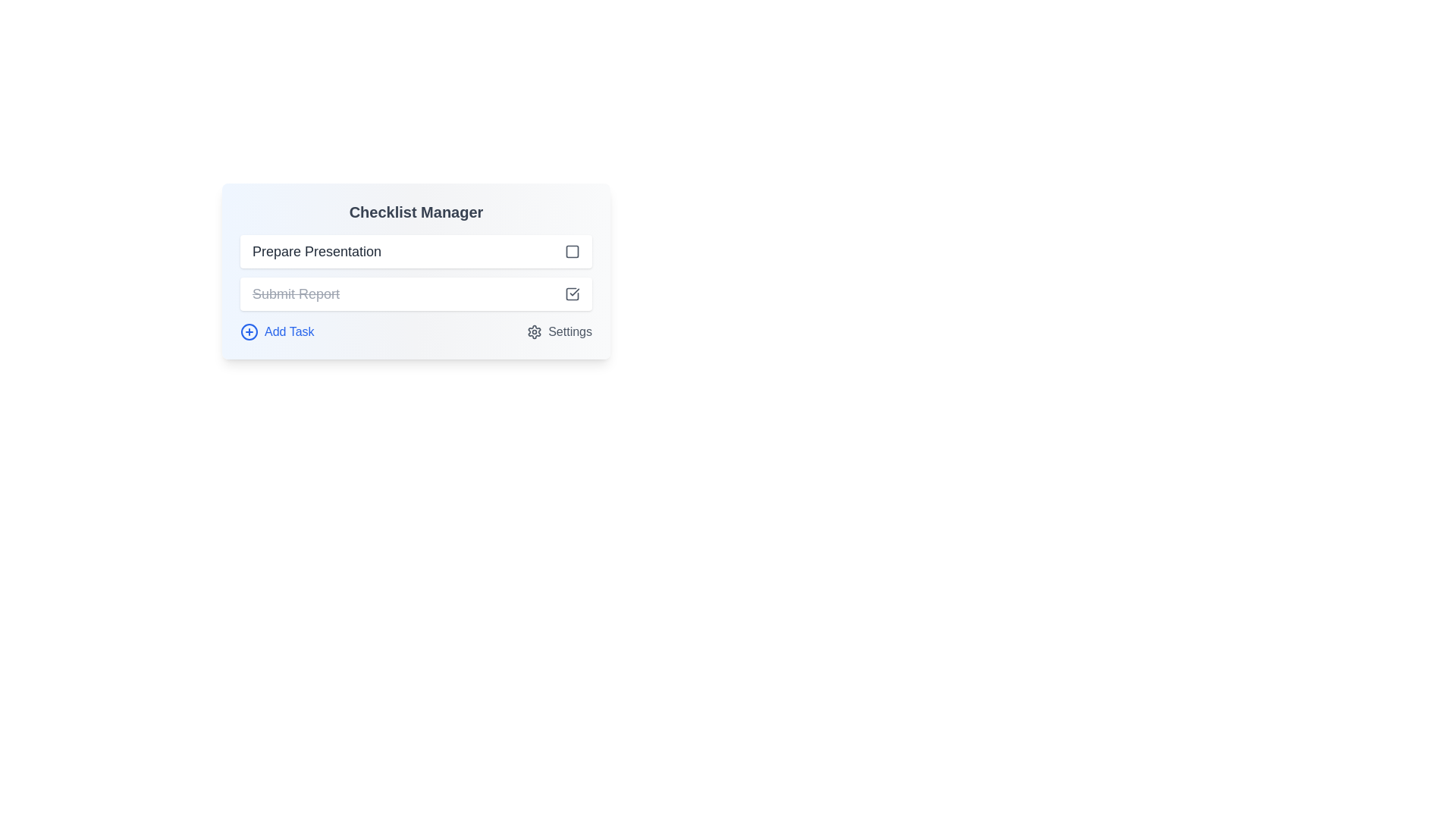 This screenshot has width=1456, height=819. What do you see at coordinates (249, 331) in the screenshot?
I see `the Iconography - Circle outline located in the lower-left corner of the checklist interface, which is part of the 'Add Task' button` at bounding box center [249, 331].